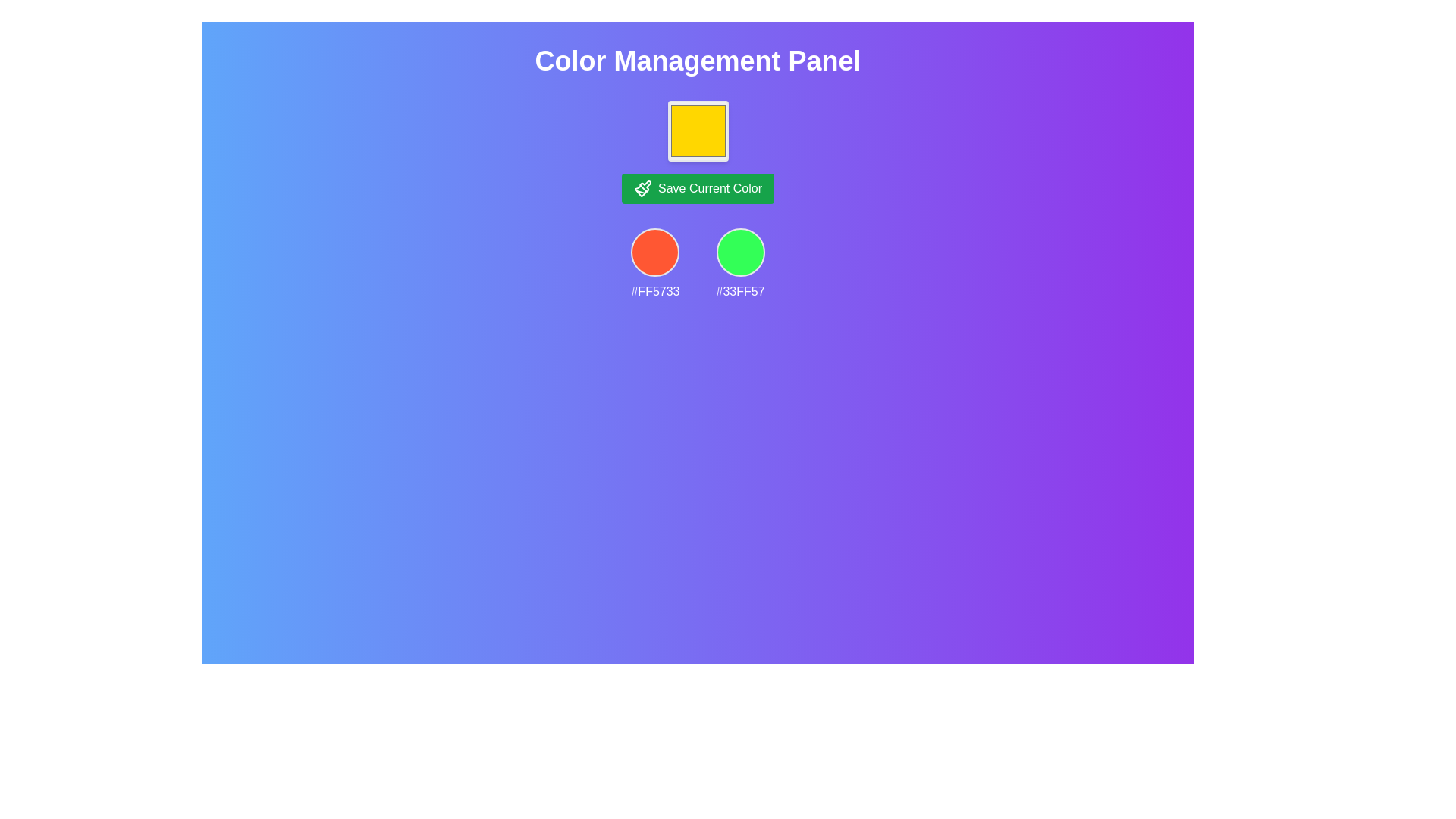 The image size is (1456, 819). What do you see at coordinates (697, 61) in the screenshot?
I see `the Text Display element that shows the title 'Color Management Panel', which is characterized by a bold white sans-serif font on a gradient blue to purple background, located at the top of the interface` at bounding box center [697, 61].